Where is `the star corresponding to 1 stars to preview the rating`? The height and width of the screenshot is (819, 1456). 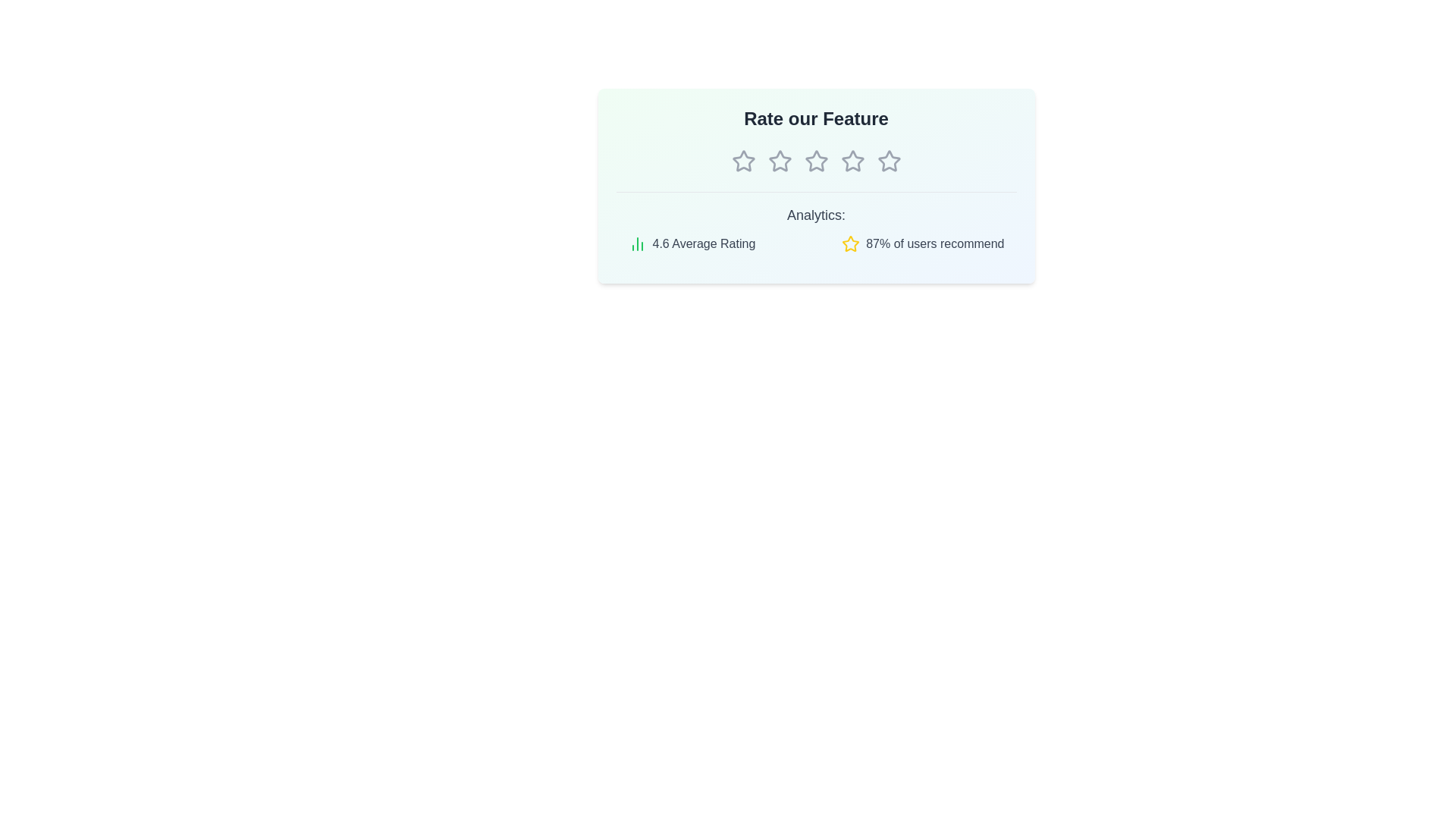
the star corresponding to 1 stars to preview the rating is located at coordinates (743, 161).